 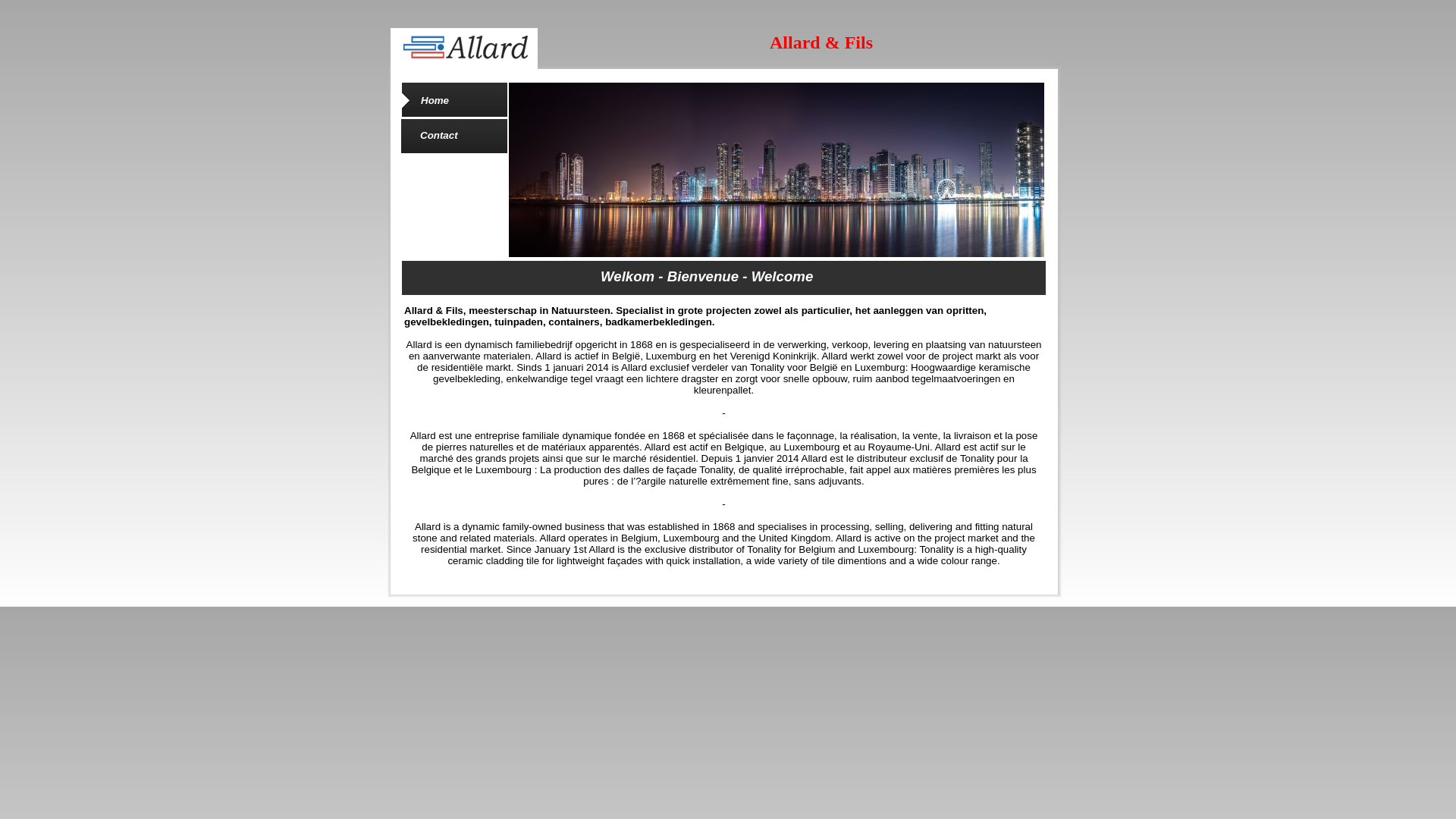 I want to click on 'Contact', so click(x=419, y=134).